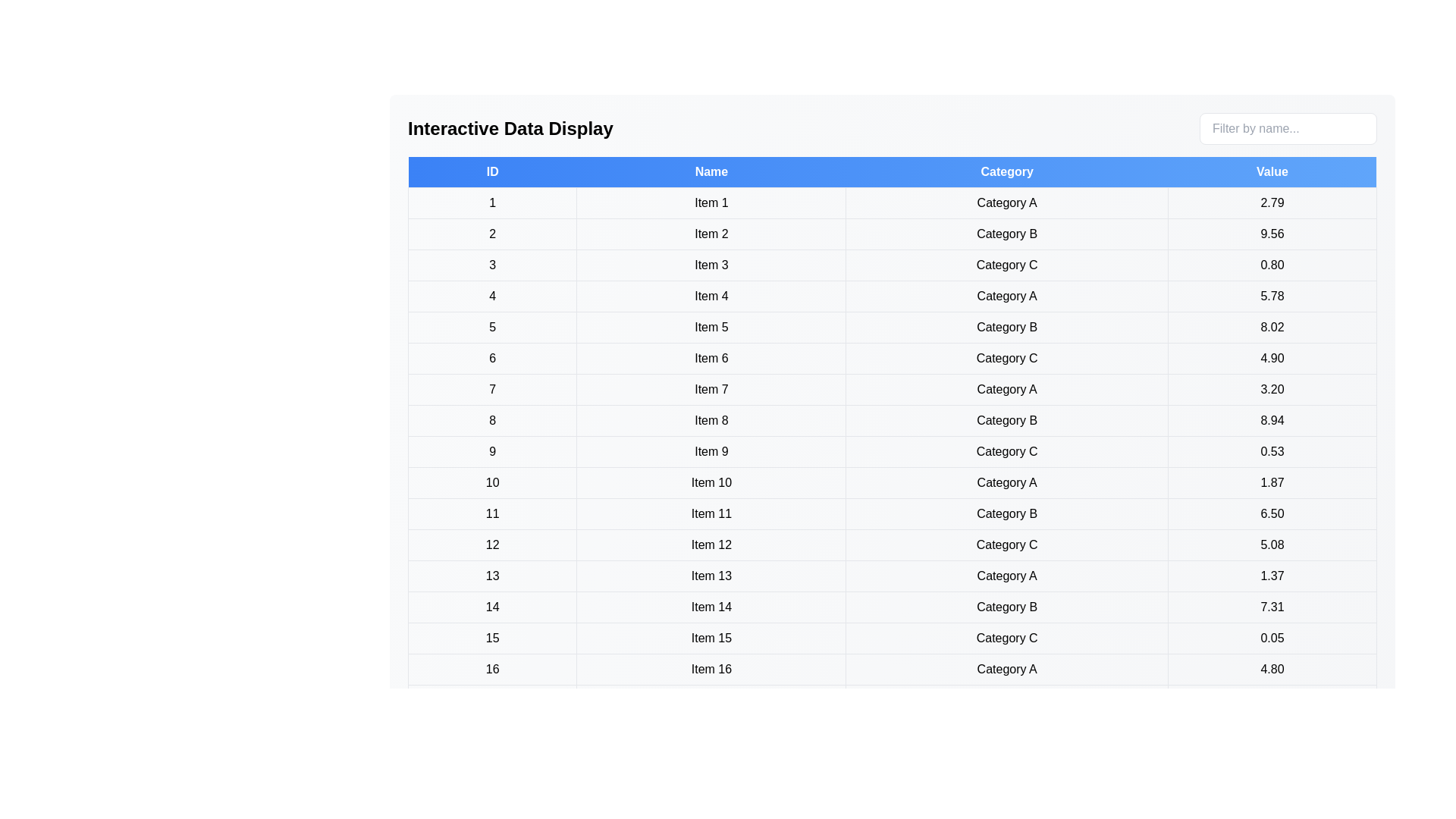  What do you see at coordinates (1288, 127) in the screenshot?
I see `the text input field and type a filter string` at bounding box center [1288, 127].